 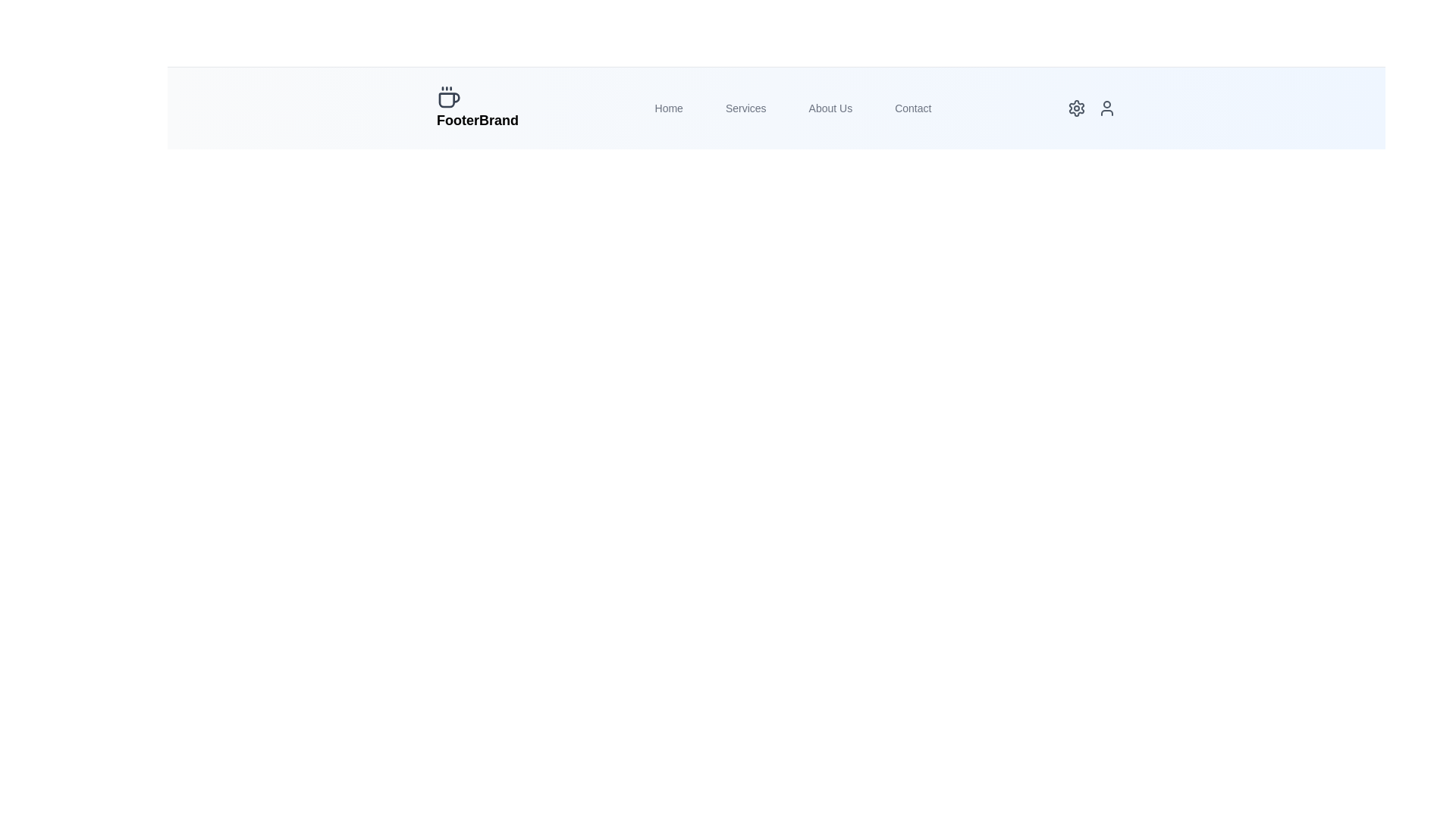 I want to click on the 'About Us' hyperlink located between 'Services' and 'Contact' in the navigation menu, so click(x=830, y=107).